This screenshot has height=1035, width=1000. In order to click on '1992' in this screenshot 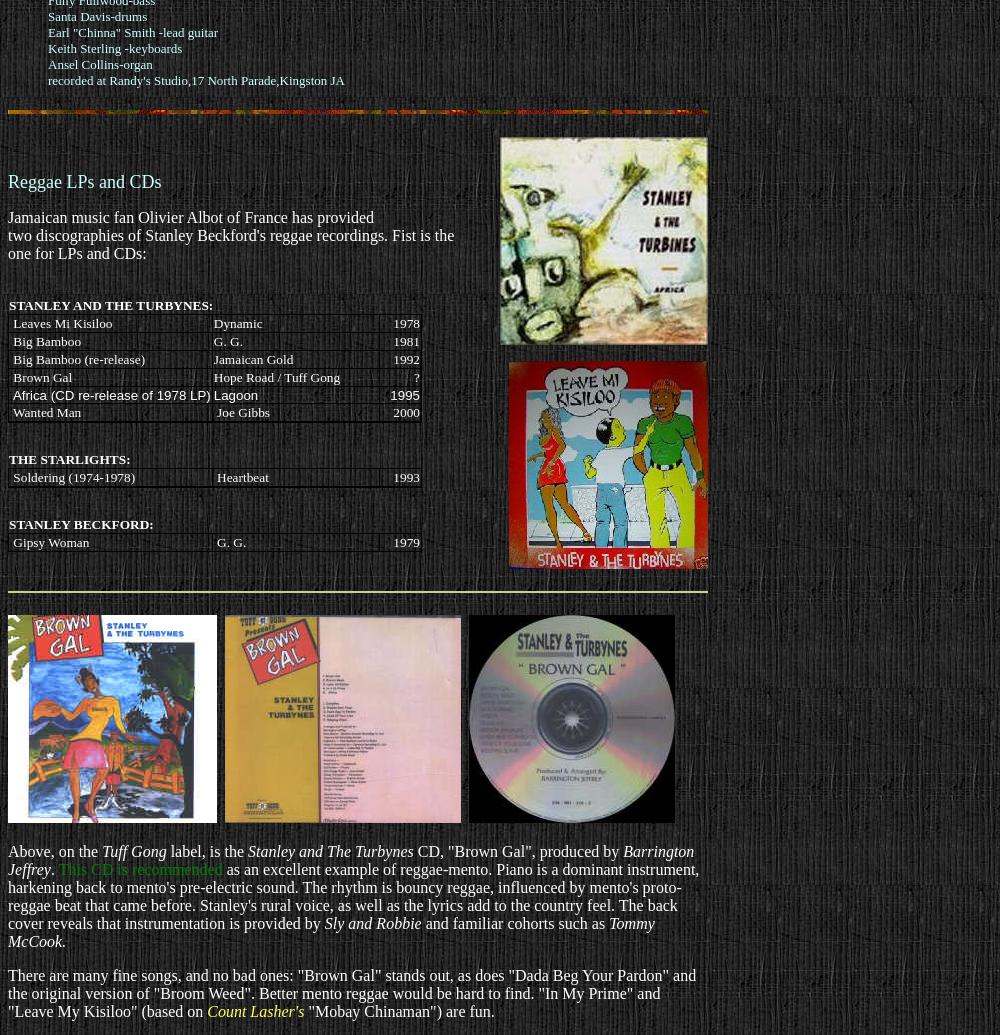, I will do `click(393, 358)`.